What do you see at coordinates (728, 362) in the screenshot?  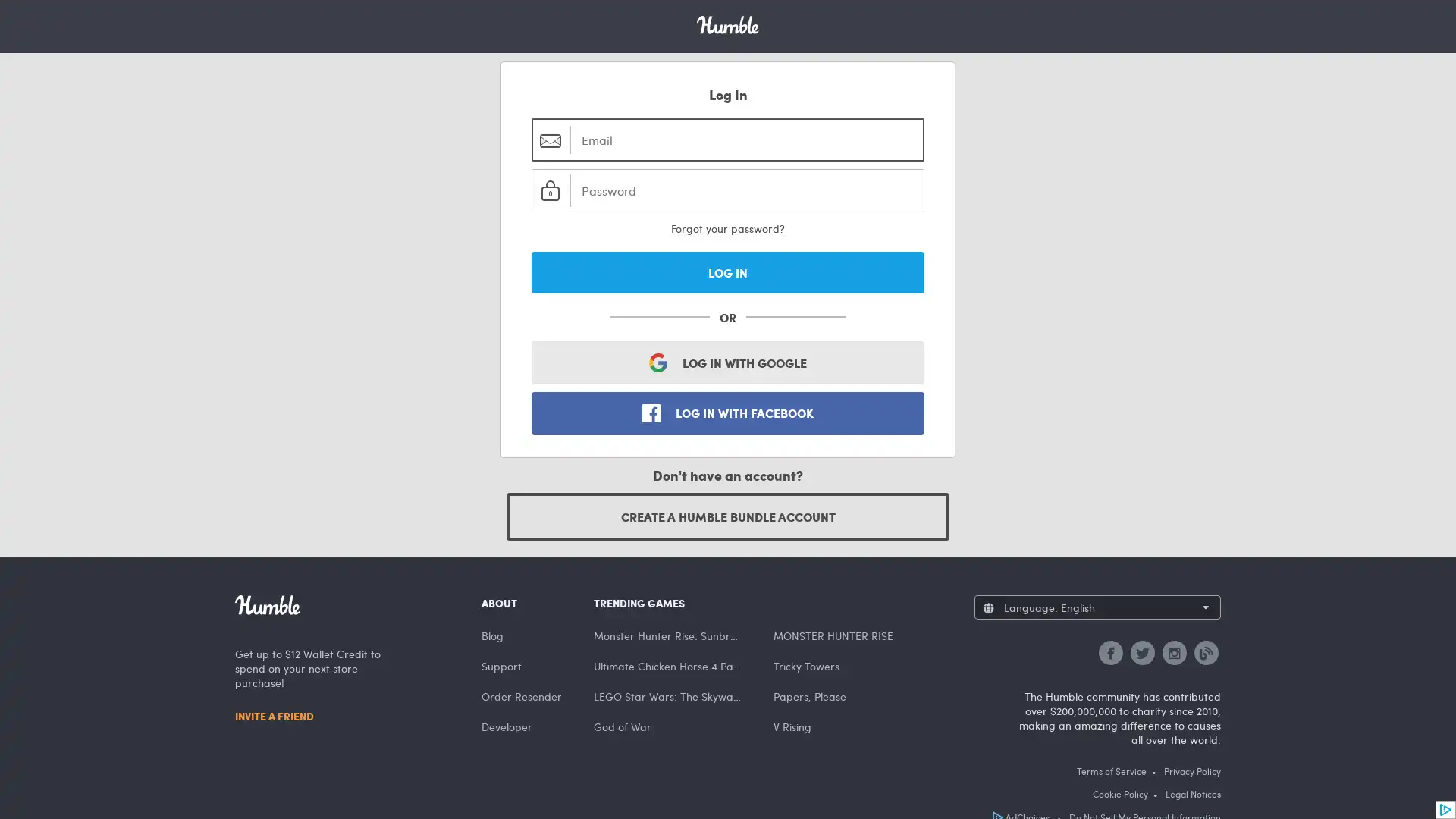 I see `LOG IN WITH GOOGLE` at bounding box center [728, 362].